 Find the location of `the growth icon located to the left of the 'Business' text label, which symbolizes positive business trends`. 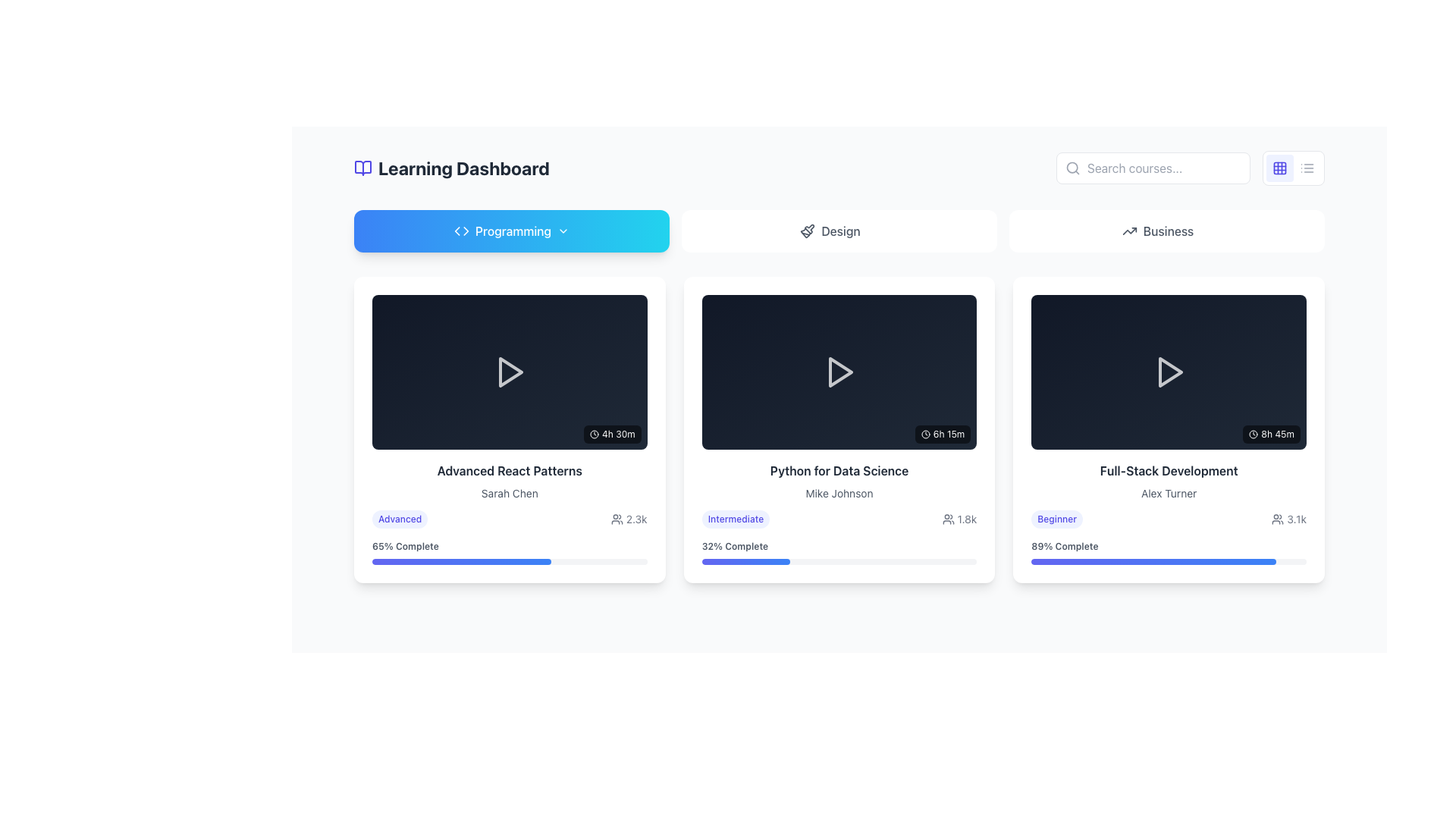

the growth icon located to the left of the 'Business' text label, which symbolizes positive business trends is located at coordinates (1129, 231).